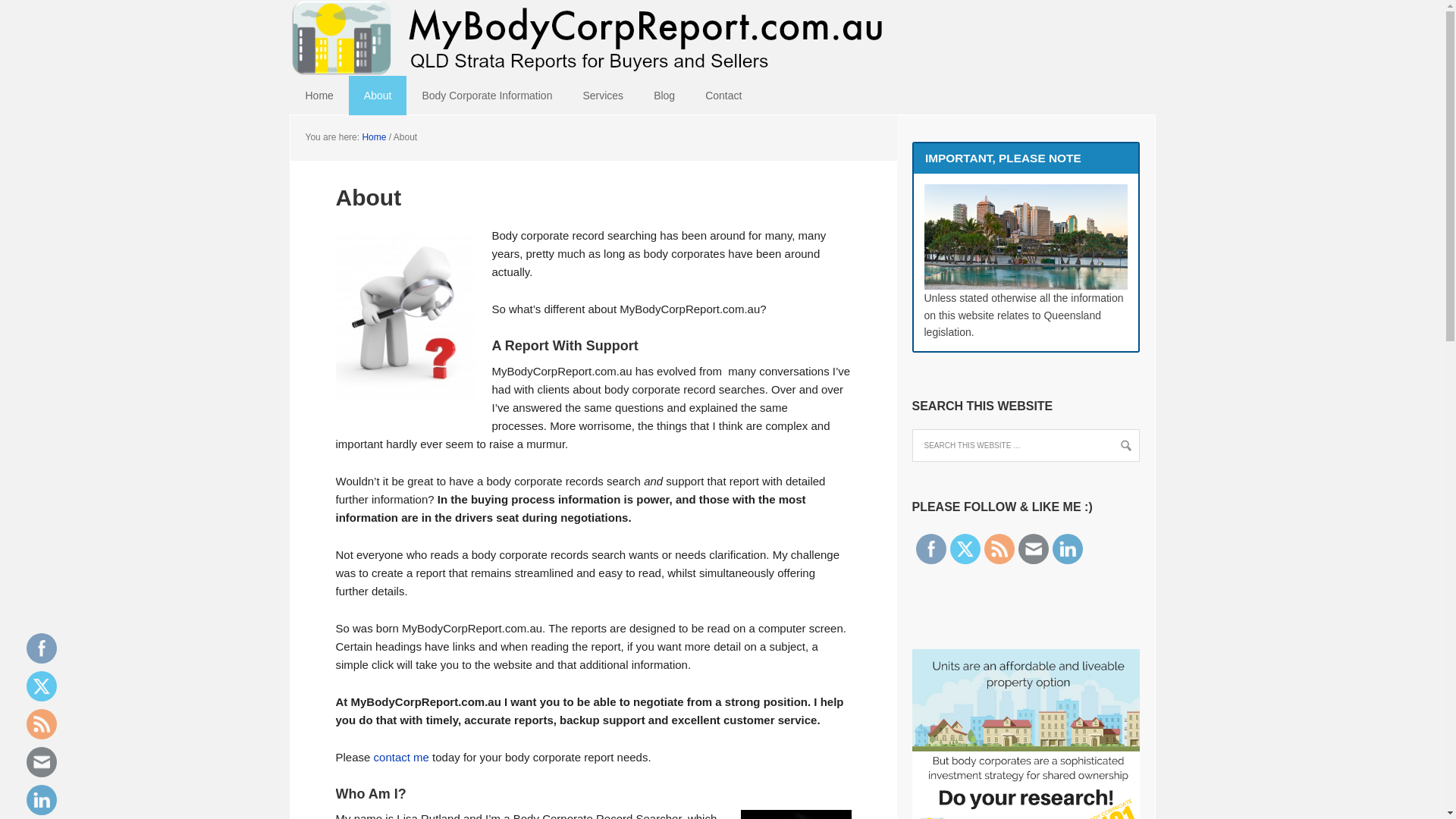  I want to click on 'Body Corporate Information', so click(406, 96).